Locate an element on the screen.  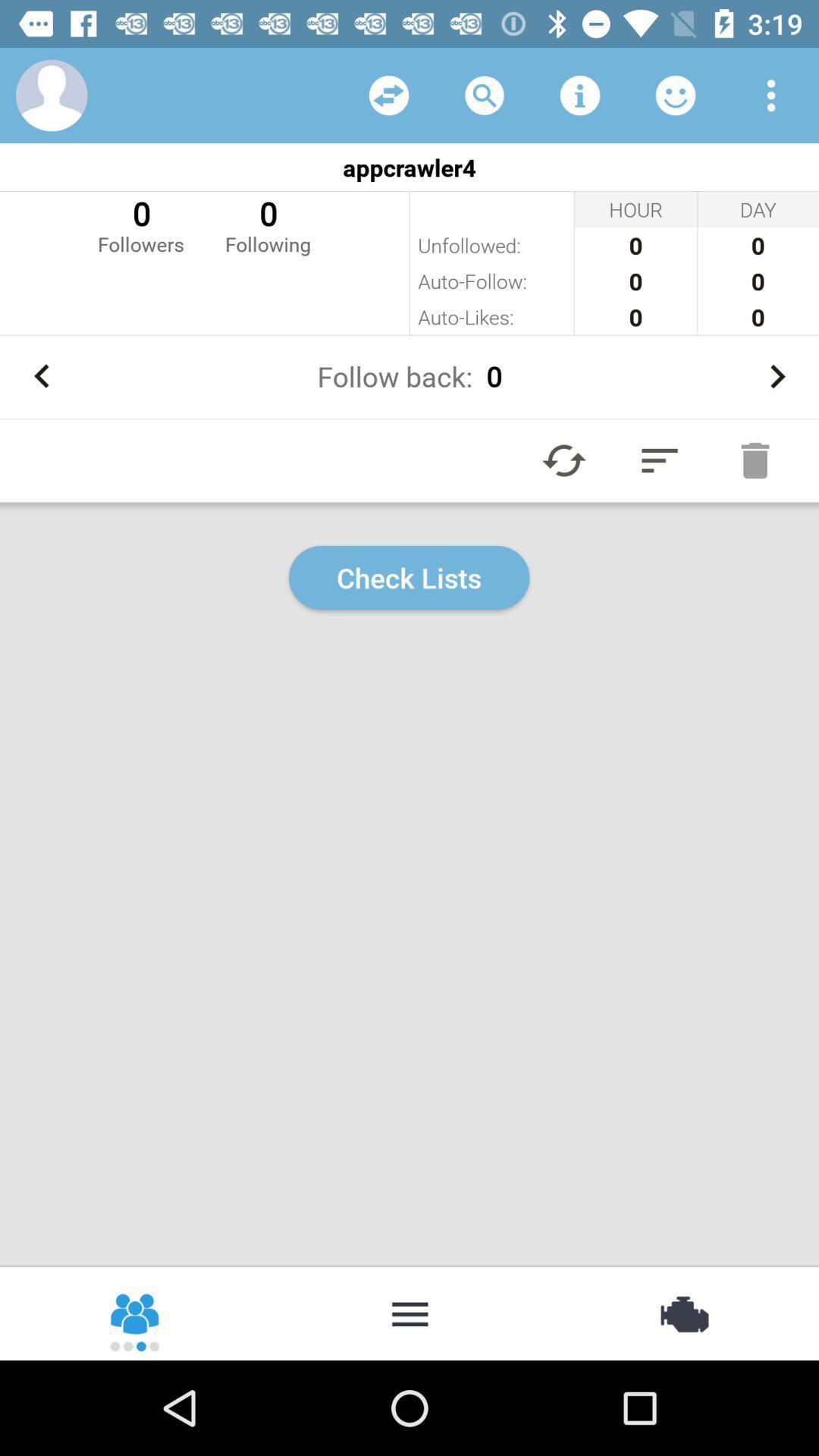
the filter_list icon is located at coordinates (659, 460).